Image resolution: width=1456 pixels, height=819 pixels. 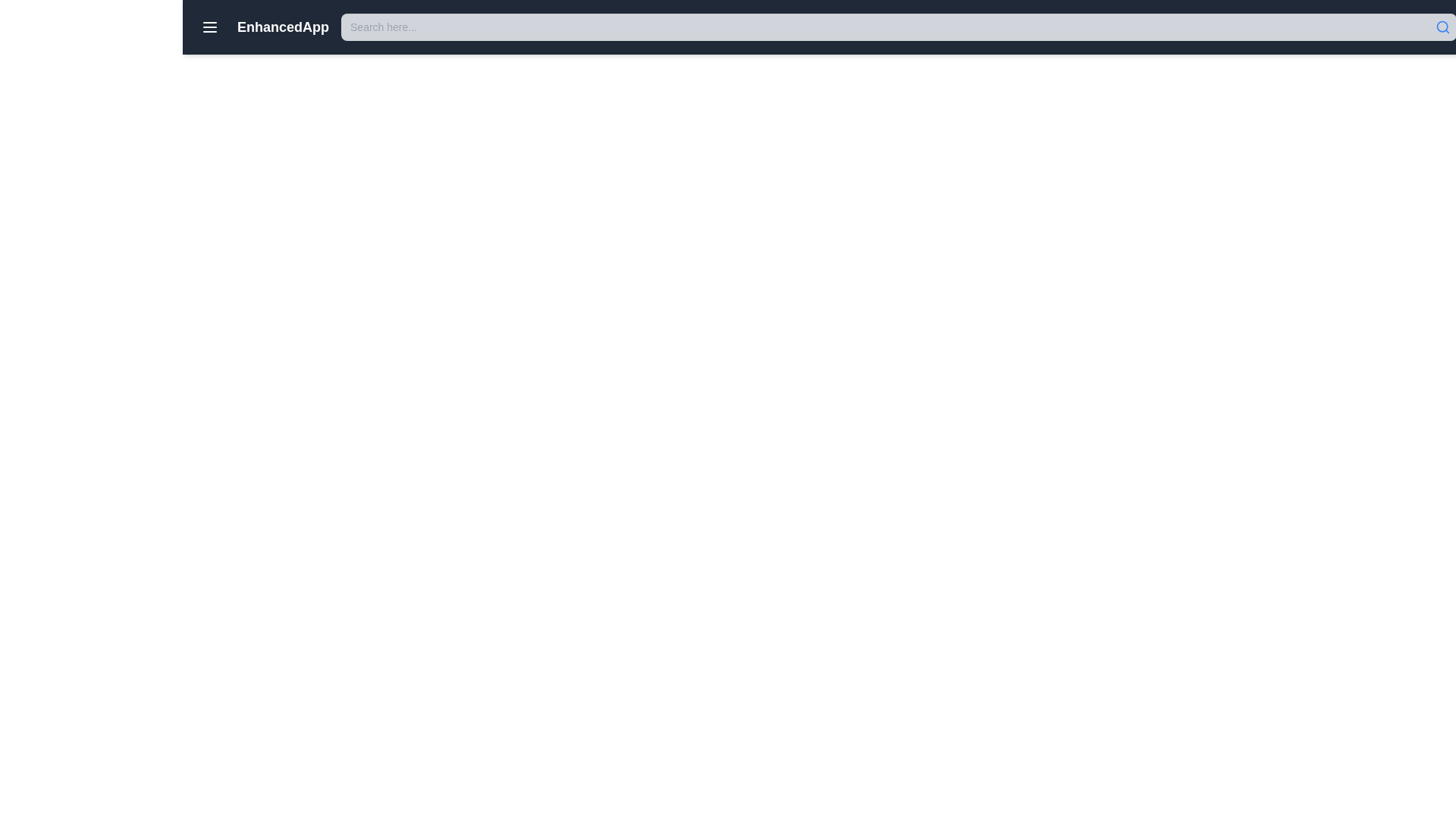 What do you see at coordinates (1442, 27) in the screenshot?
I see `the decorative Circle element that is part of the search icon located in the top right corner of the interface` at bounding box center [1442, 27].